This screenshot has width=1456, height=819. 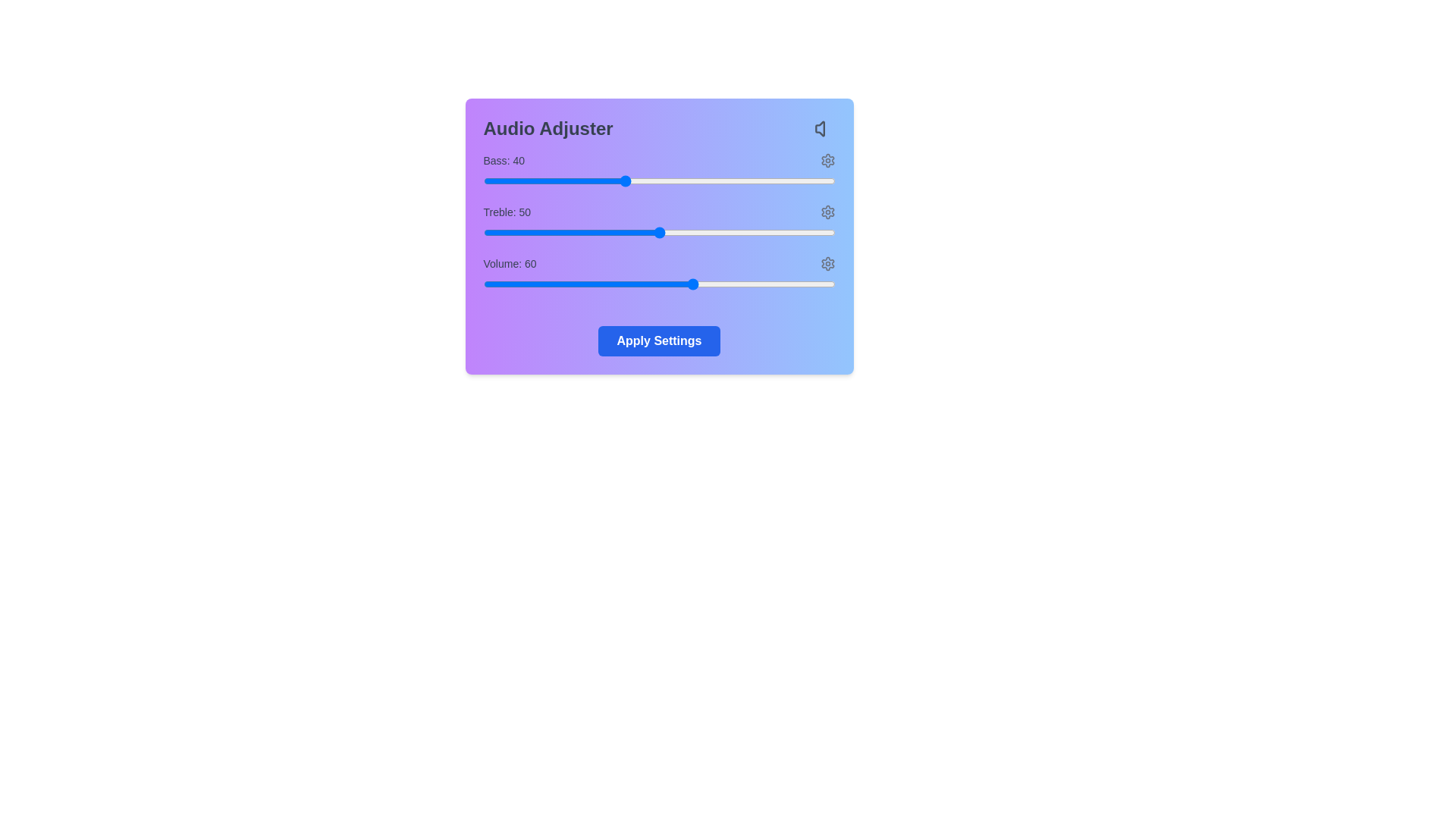 I want to click on the volume, so click(x=549, y=284).